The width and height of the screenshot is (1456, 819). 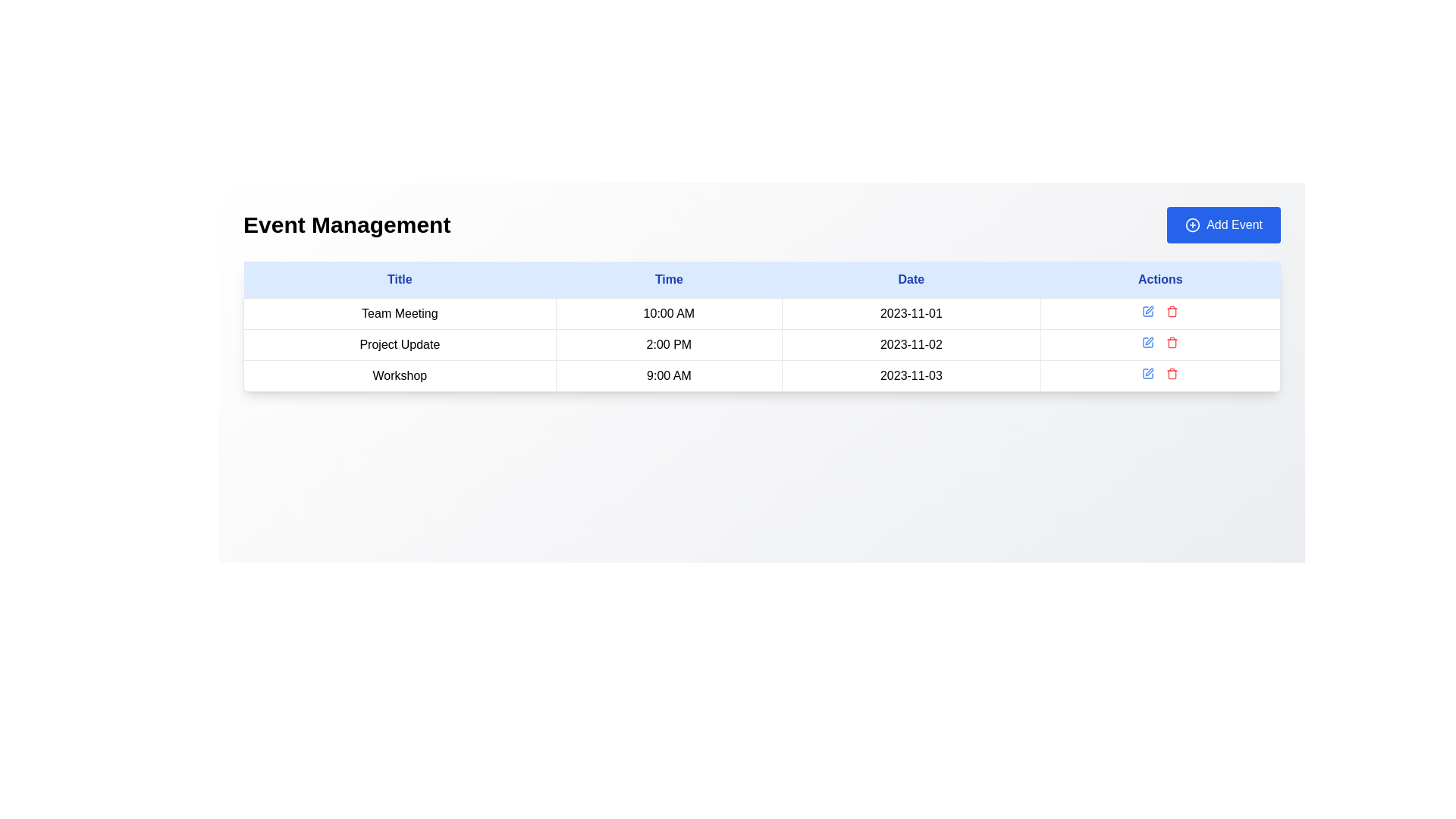 What do you see at coordinates (910, 280) in the screenshot?
I see `the 'Date' label, which is styled in blue font against a light blue background, located in the third position of the header row of the table between 'Time' and 'Actions'` at bounding box center [910, 280].